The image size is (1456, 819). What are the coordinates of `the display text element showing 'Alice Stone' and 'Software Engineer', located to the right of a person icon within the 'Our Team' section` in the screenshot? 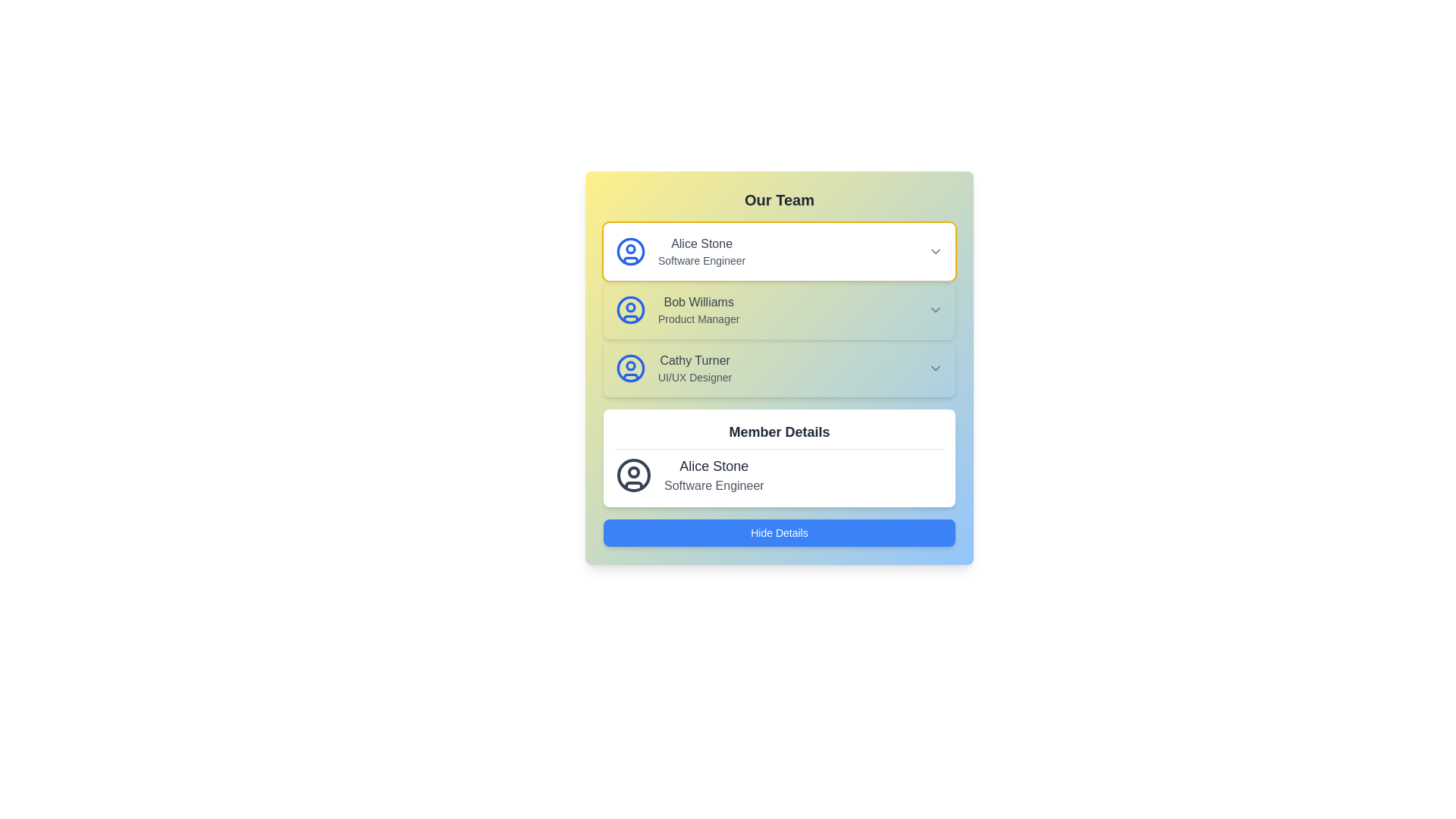 It's located at (701, 250).